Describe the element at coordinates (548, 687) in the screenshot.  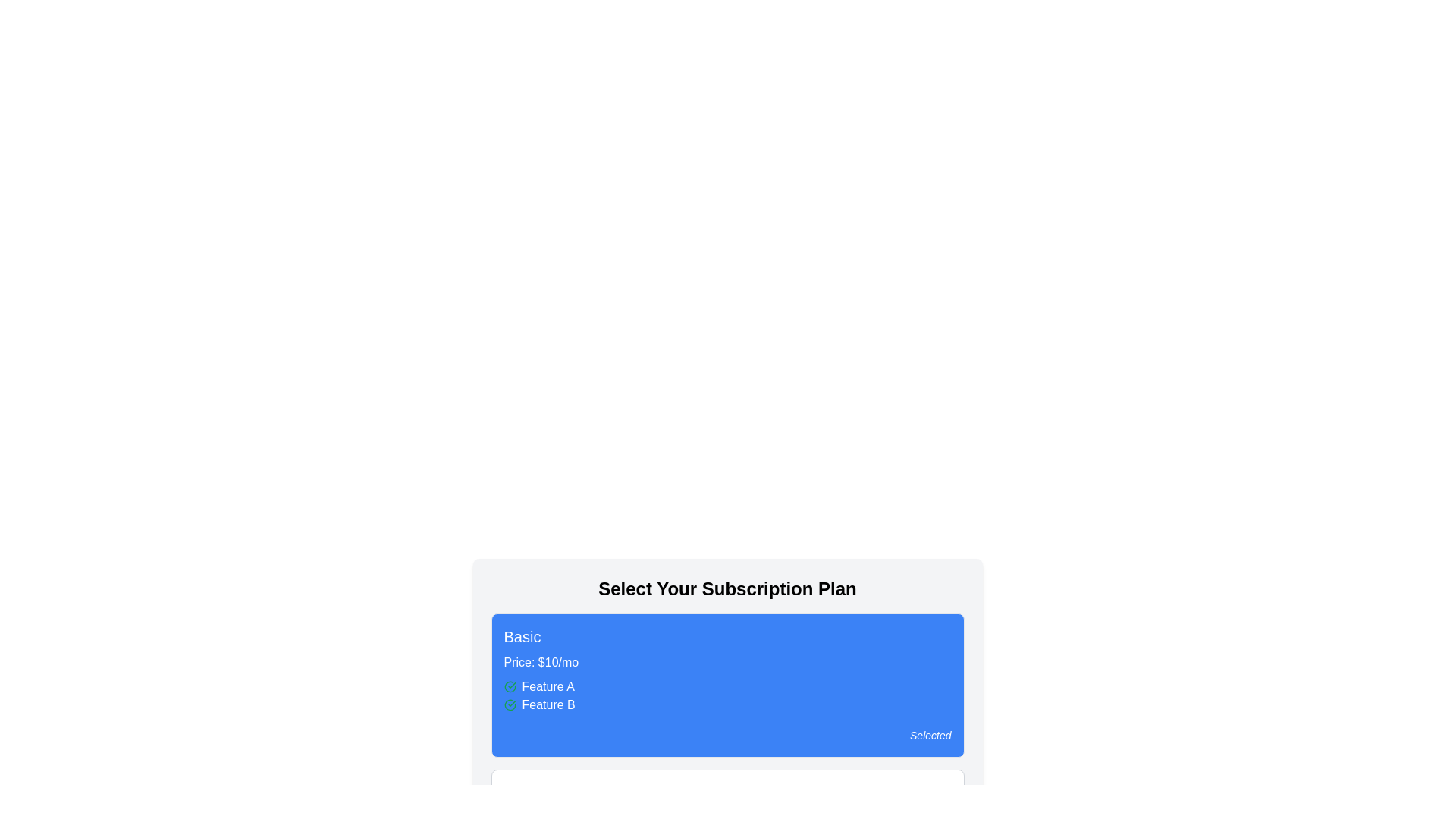
I see `the Text Label that presents the feature detail for the 'Basic' subscription plan, which is the first feature listed under the 'Basic' plan and accompanied by a checkmark icon` at that location.